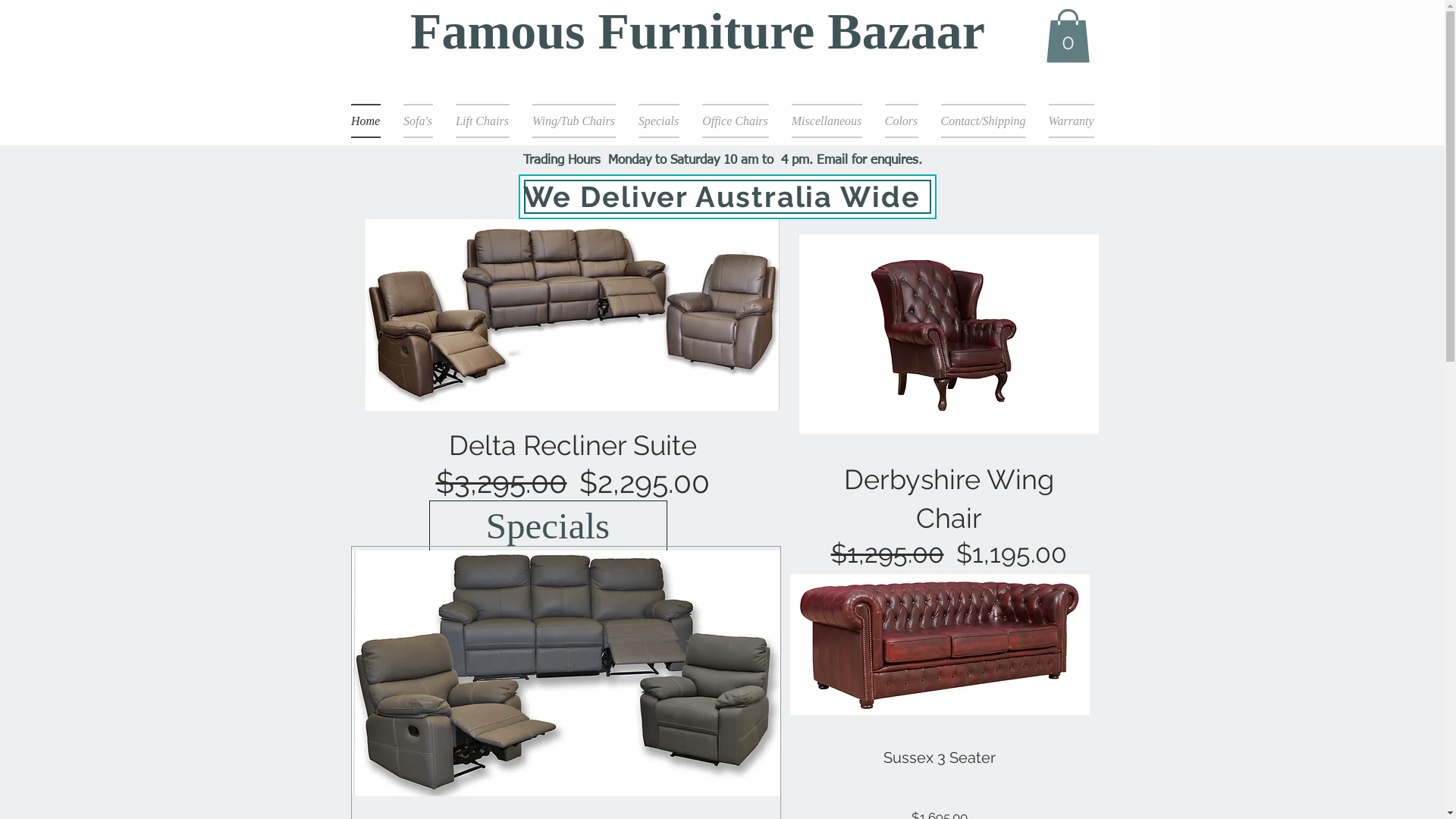 This screenshot has width=1456, height=819. Describe the element at coordinates (825, 120) in the screenshot. I see `'Miscellaneous'` at that location.